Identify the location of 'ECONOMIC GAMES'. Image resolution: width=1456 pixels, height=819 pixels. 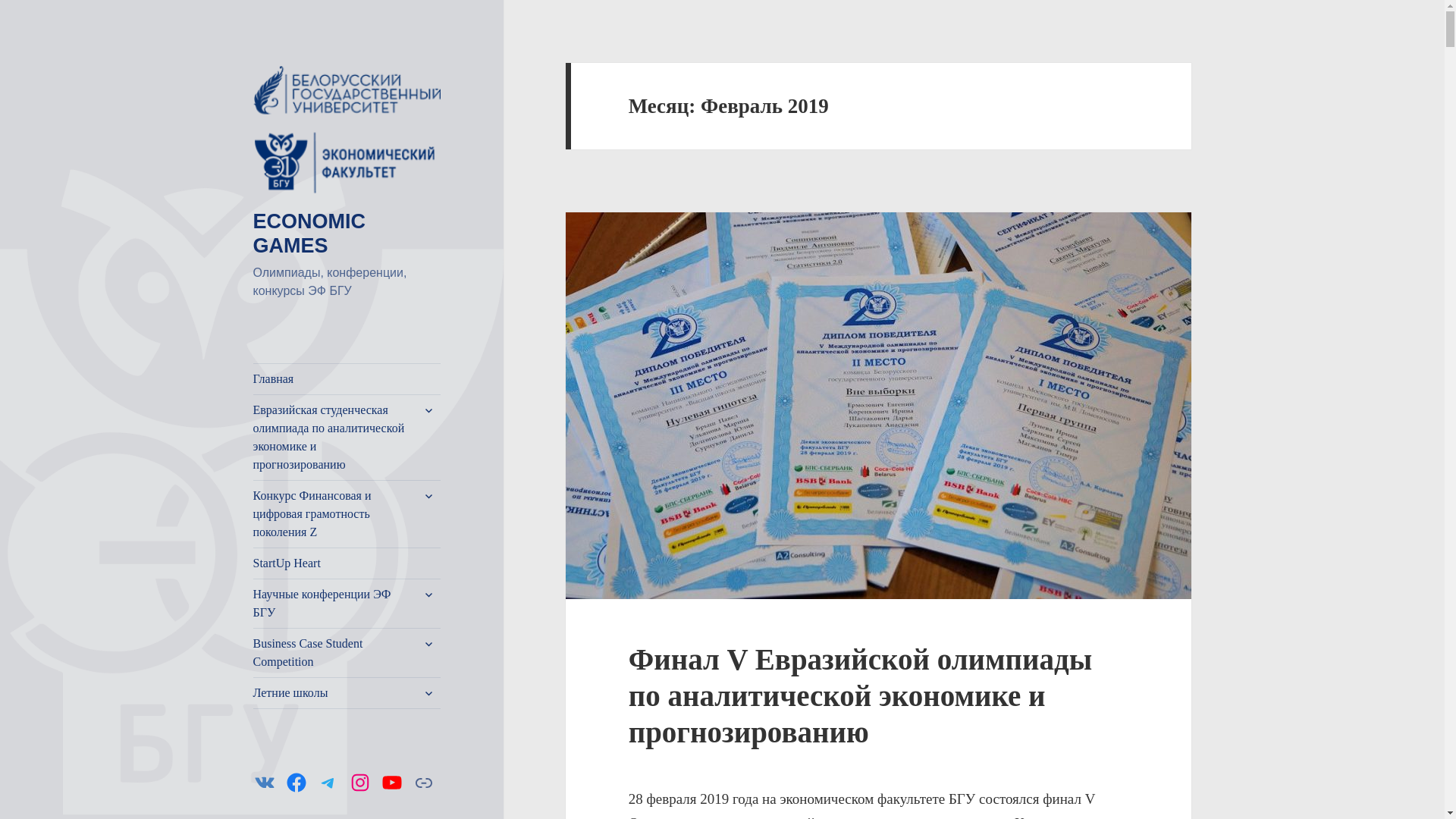
(309, 234).